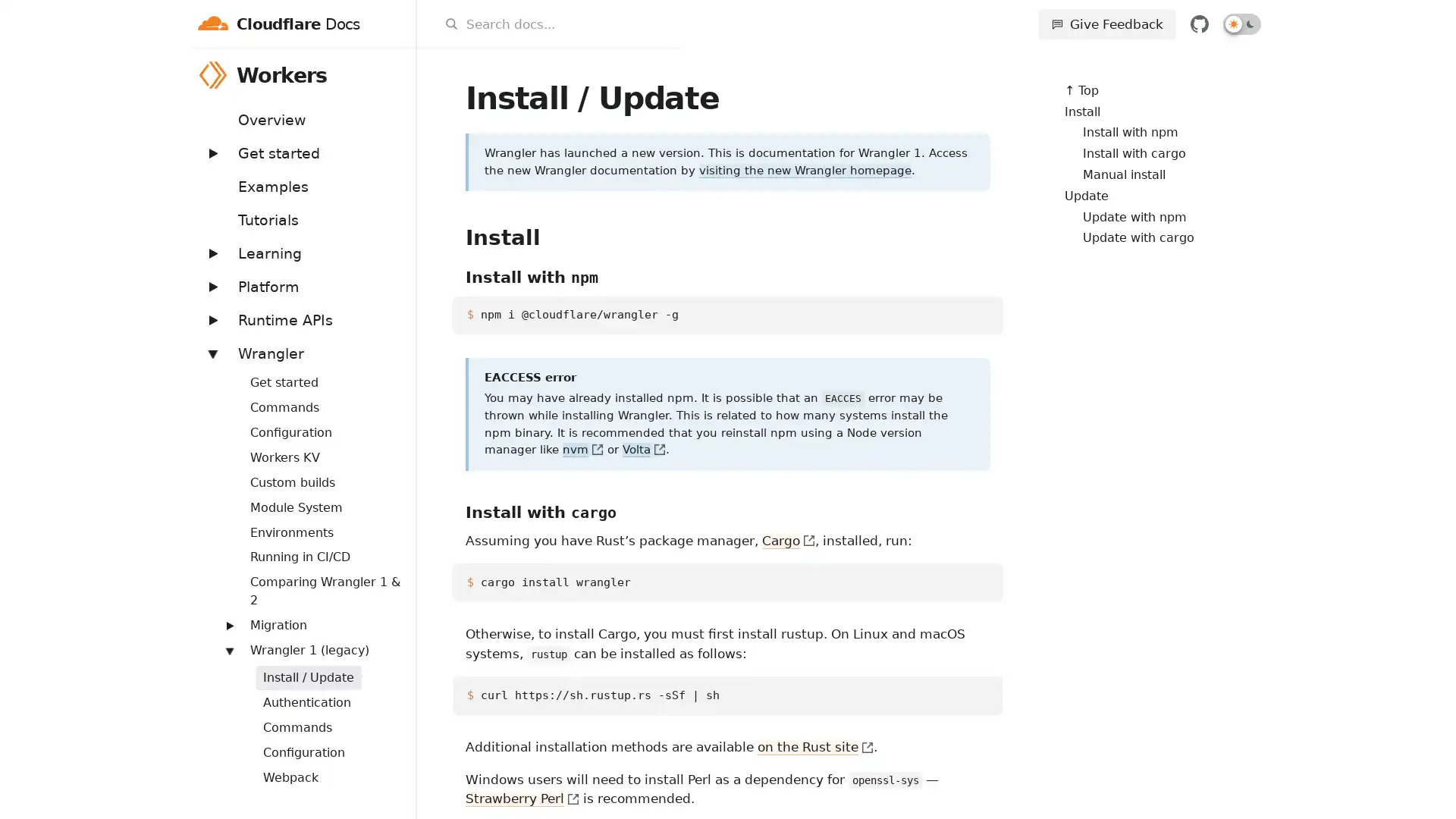 This screenshot has height=819, width=1456. What do you see at coordinates (228, 625) in the screenshot?
I see `Expand: Migration` at bounding box center [228, 625].